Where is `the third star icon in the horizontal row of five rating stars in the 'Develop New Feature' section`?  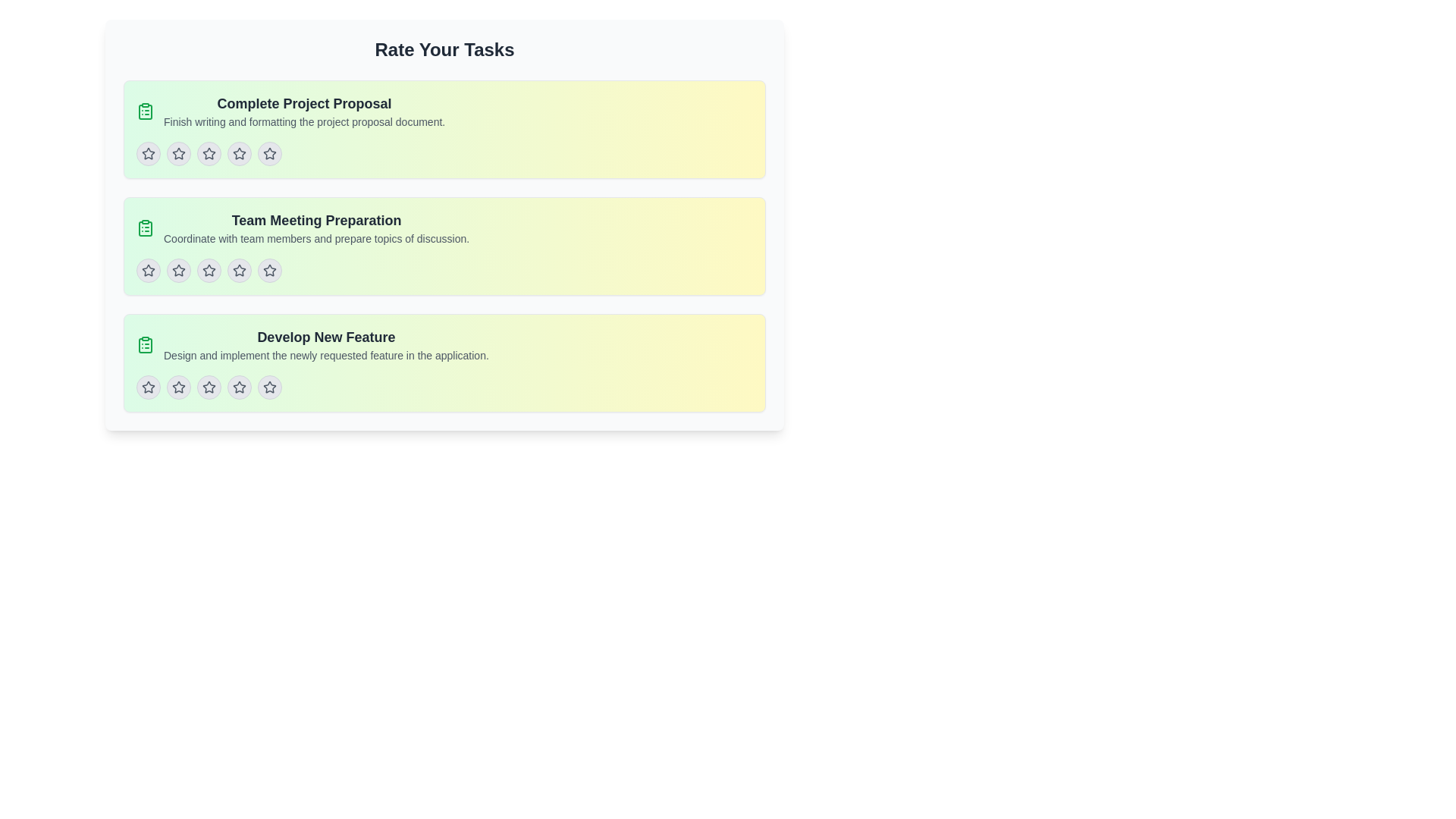 the third star icon in the horizontal row of five rating stars in the 'Develop New Feature' section is located at coordinates (239, 386).